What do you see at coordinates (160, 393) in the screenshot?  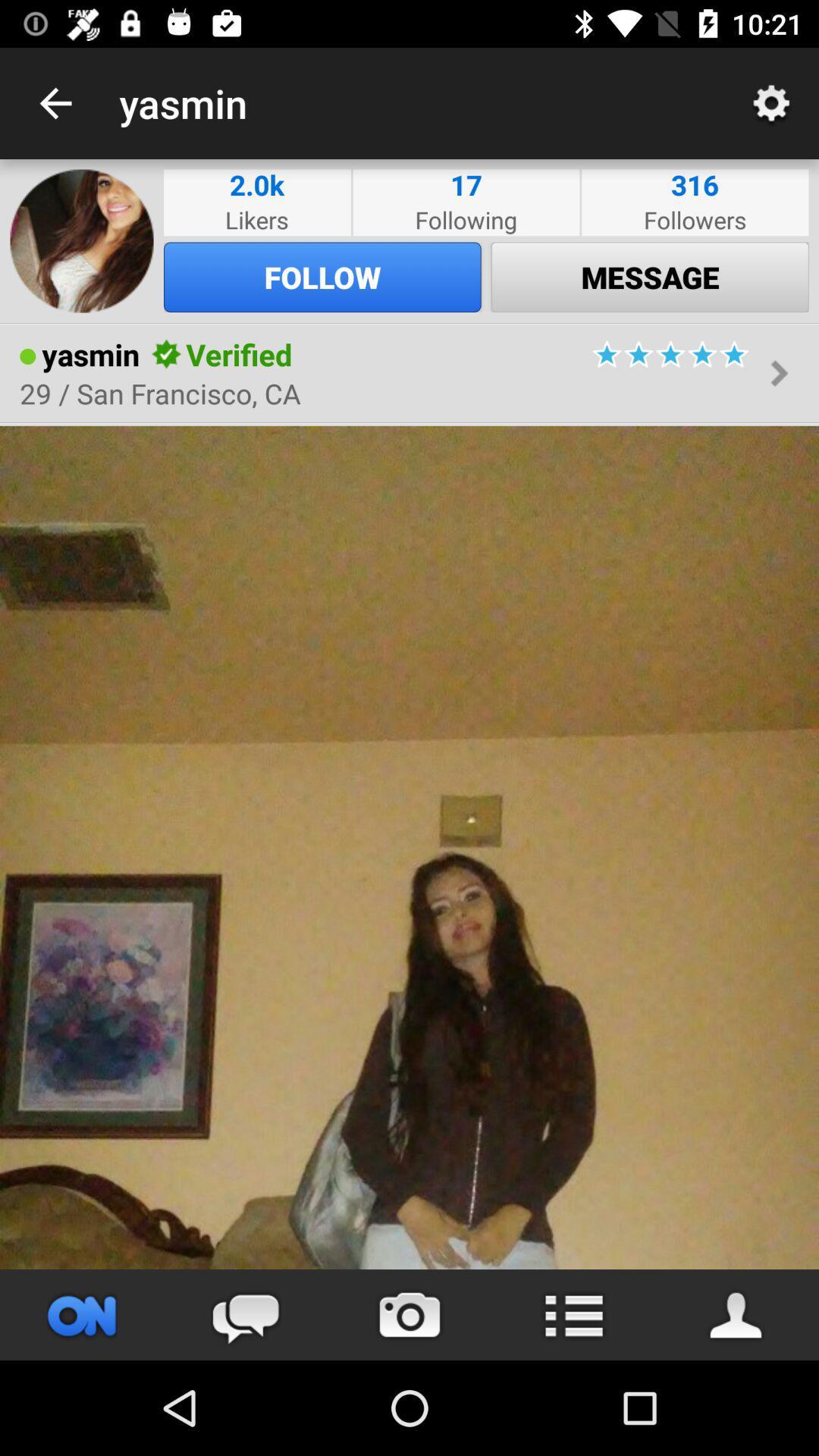 I see `icon below the yasmin` at bounding box center [160, 393].